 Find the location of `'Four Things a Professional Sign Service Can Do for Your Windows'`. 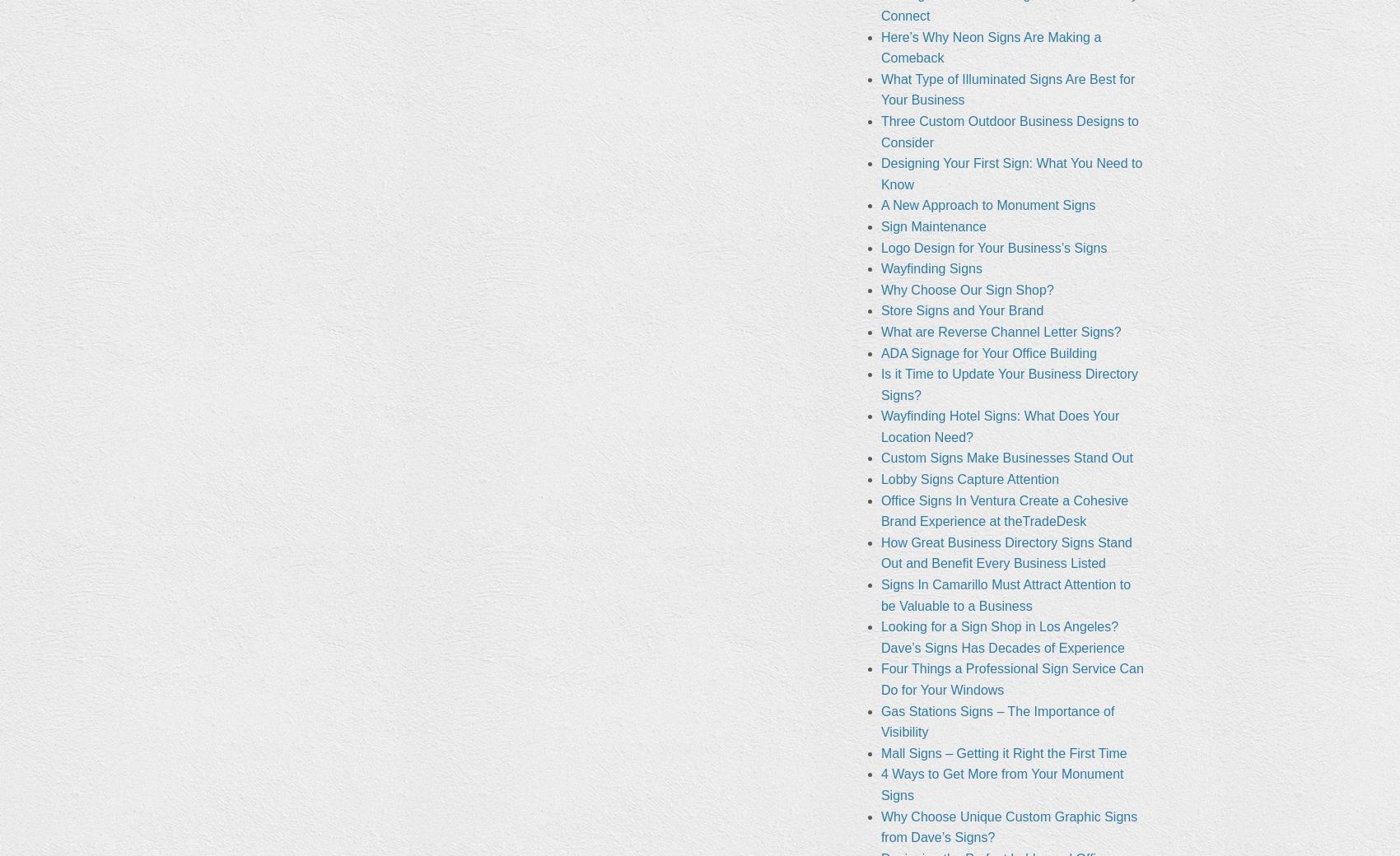

'Four Things a Professional Sign Service Can Do for Your Windows' is located at coordinates (1010, 678).